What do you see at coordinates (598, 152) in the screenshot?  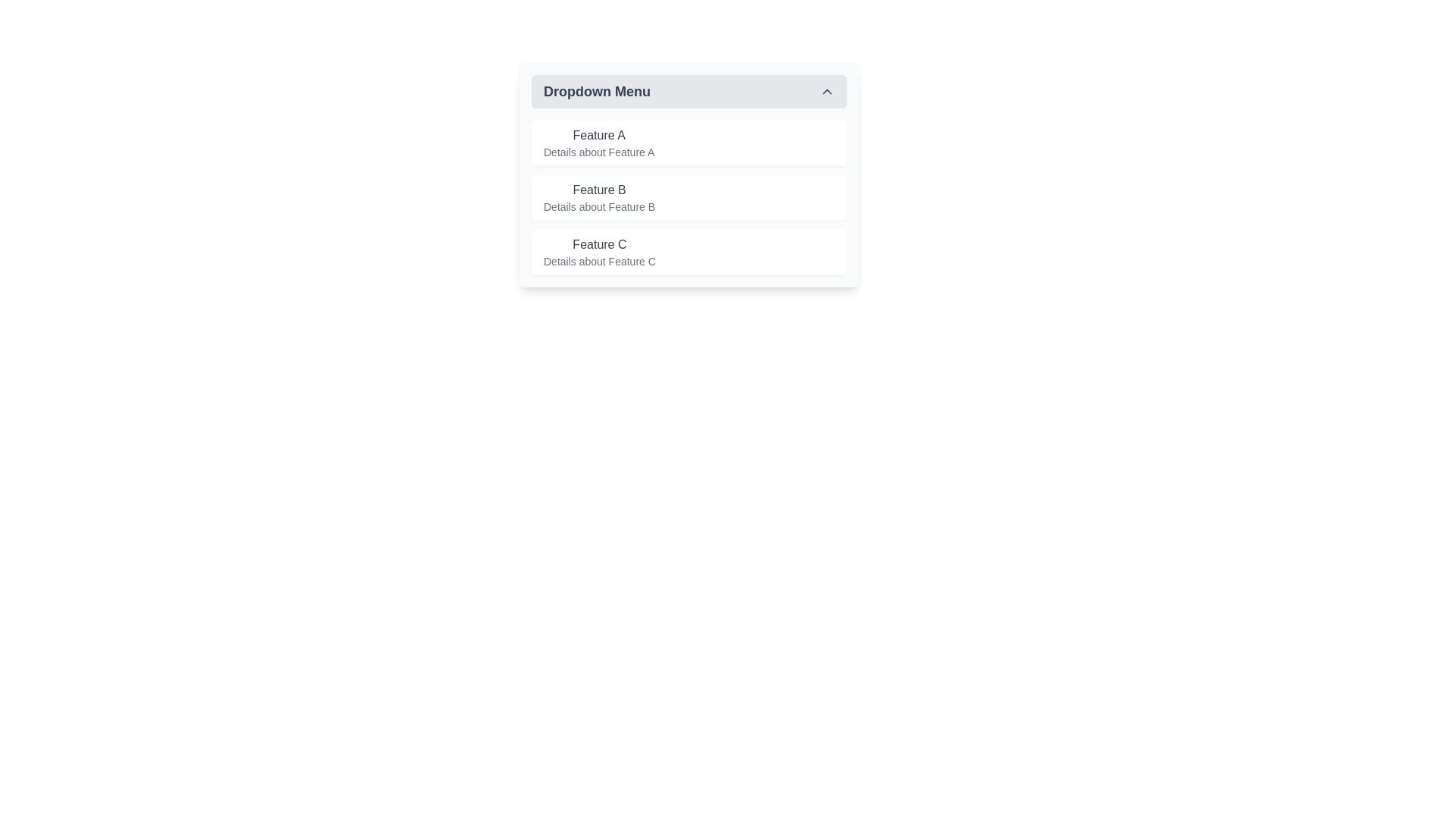 I see `the descriptive text block that provides additional information about 'Feature A', located directly beneath the bold text labeled 'Feature A' in the dropdown menu` at bounding box center [598, 152].